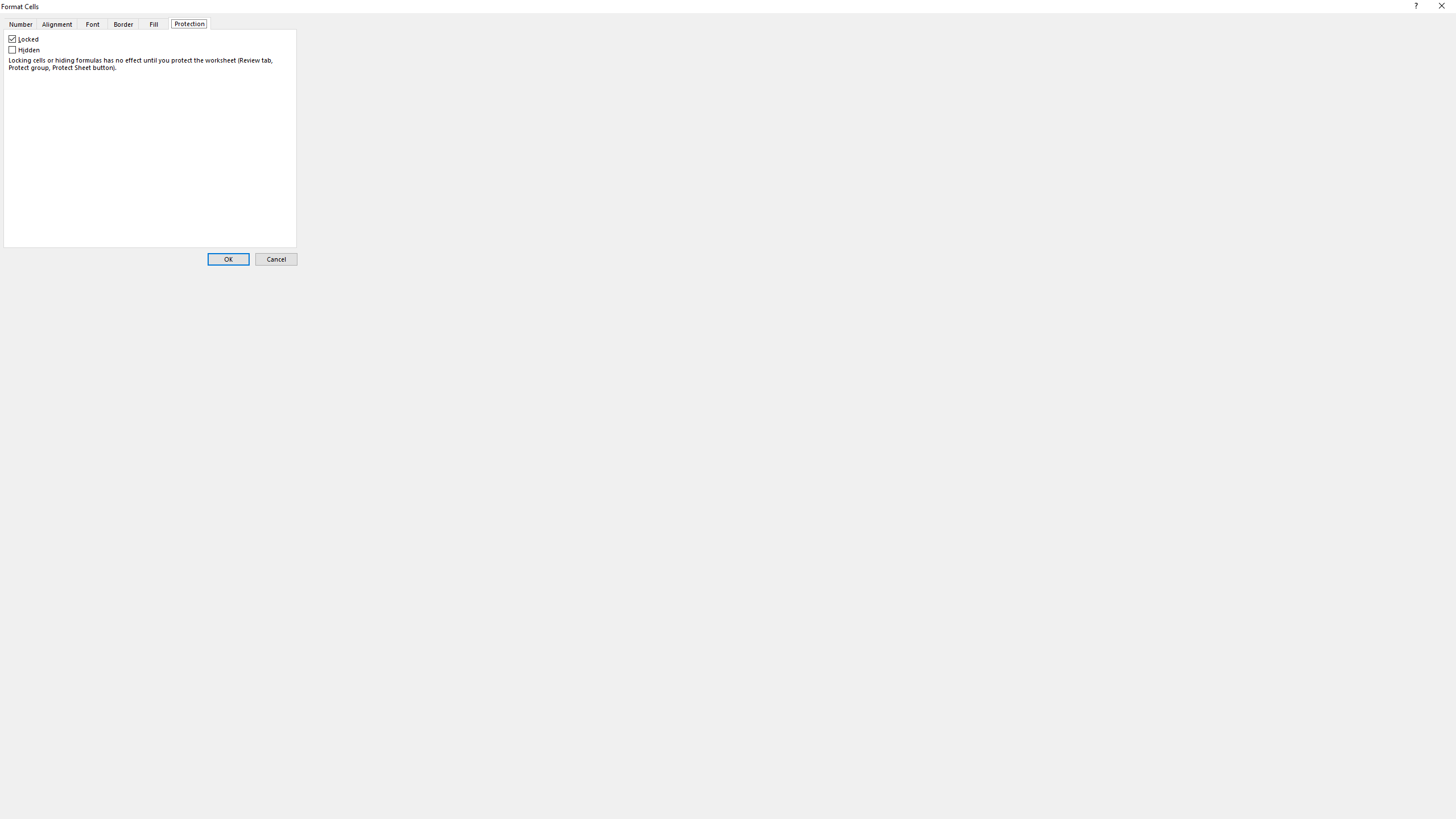 This screenshot has width=1456, height=819. What do you see at coordinates (24, 39) in the screenshot?
I see `'Locked'` at bounding box center [24, 39].